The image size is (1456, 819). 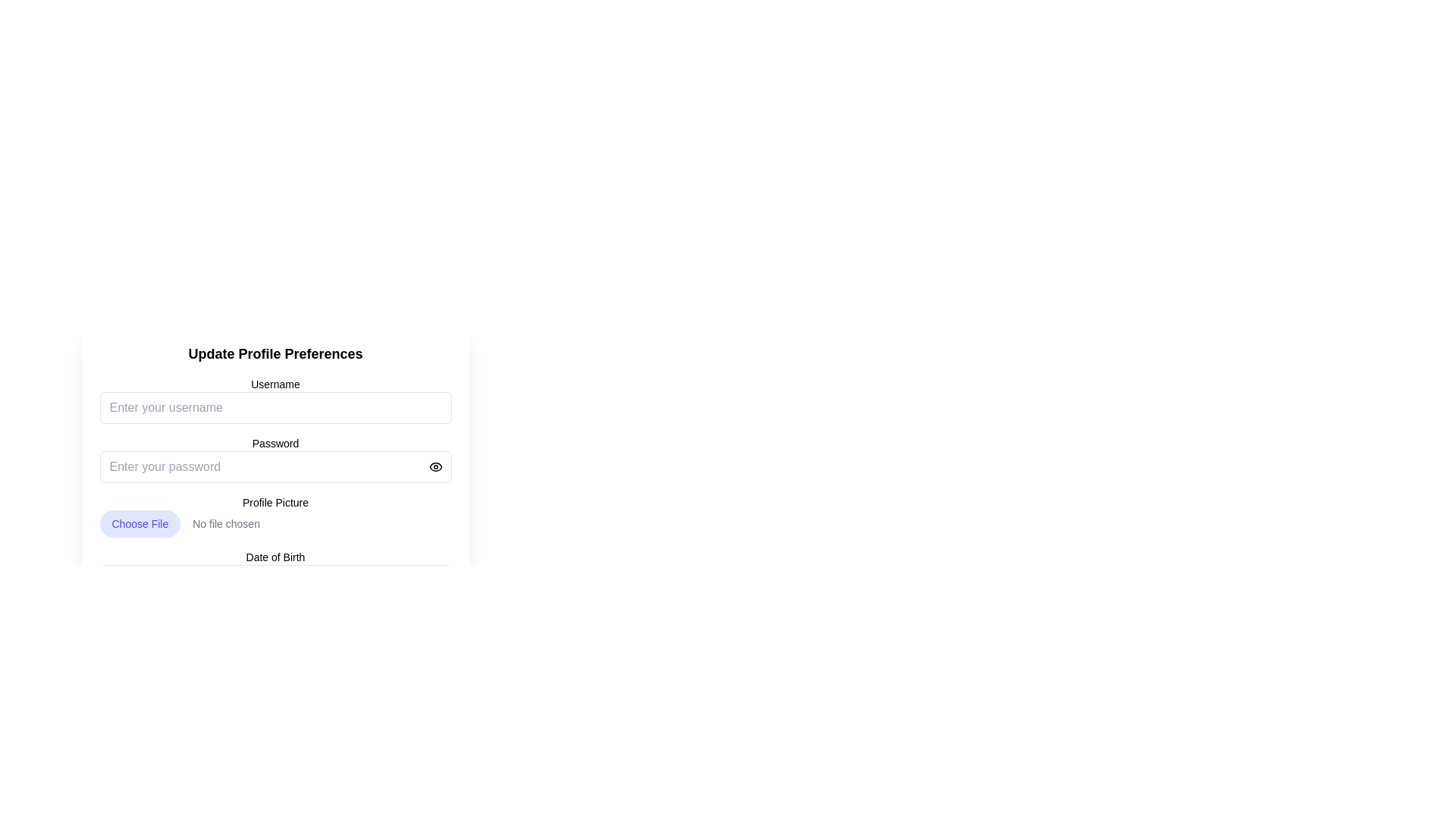 I want to click on the text label that reads 'Date of Birth', located at the bottom of the updated profile preferences form, above the date input field and calendar icon, so click(x=275, y=557).